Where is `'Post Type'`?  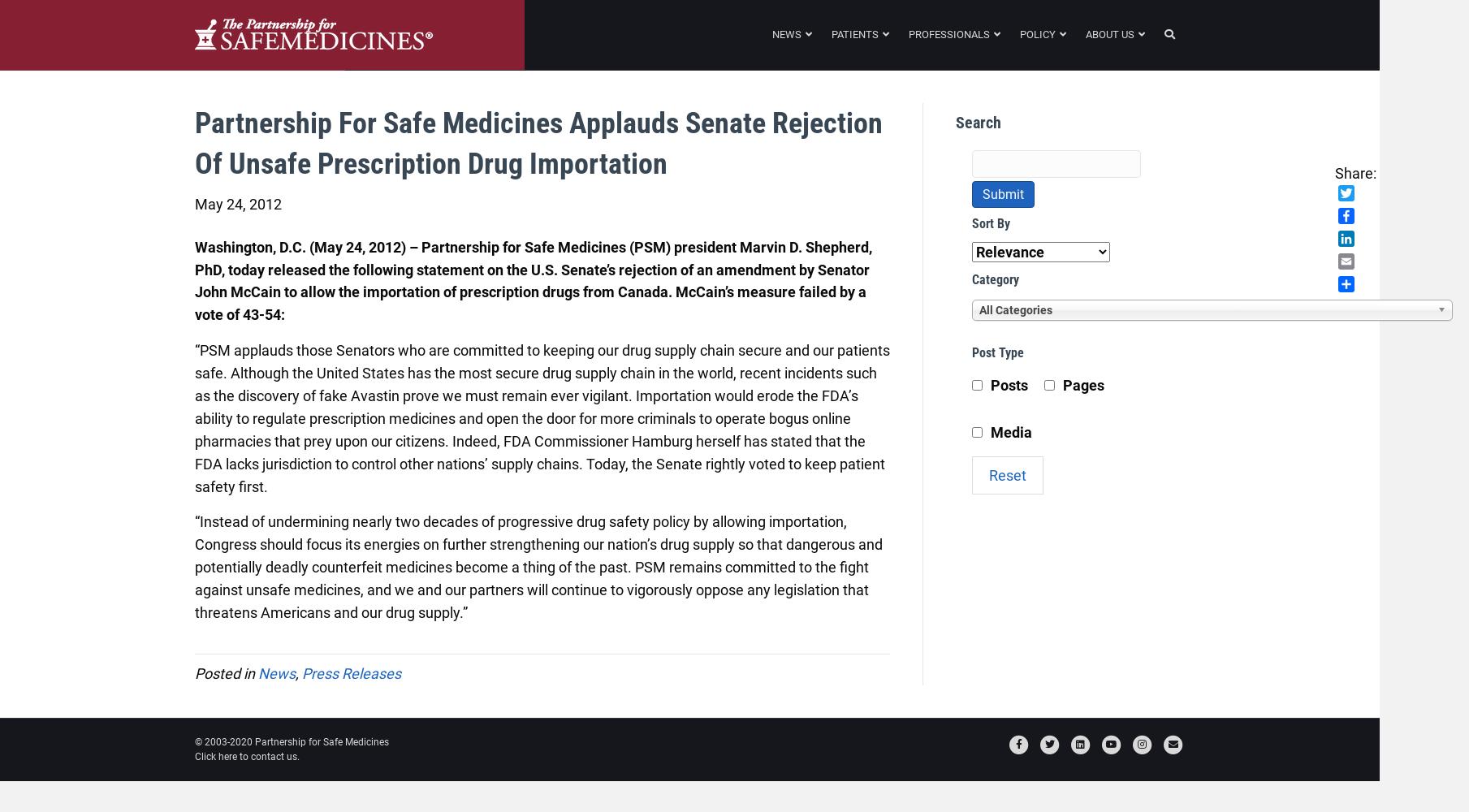
'Post Type' is located at coordinates (998, 352).